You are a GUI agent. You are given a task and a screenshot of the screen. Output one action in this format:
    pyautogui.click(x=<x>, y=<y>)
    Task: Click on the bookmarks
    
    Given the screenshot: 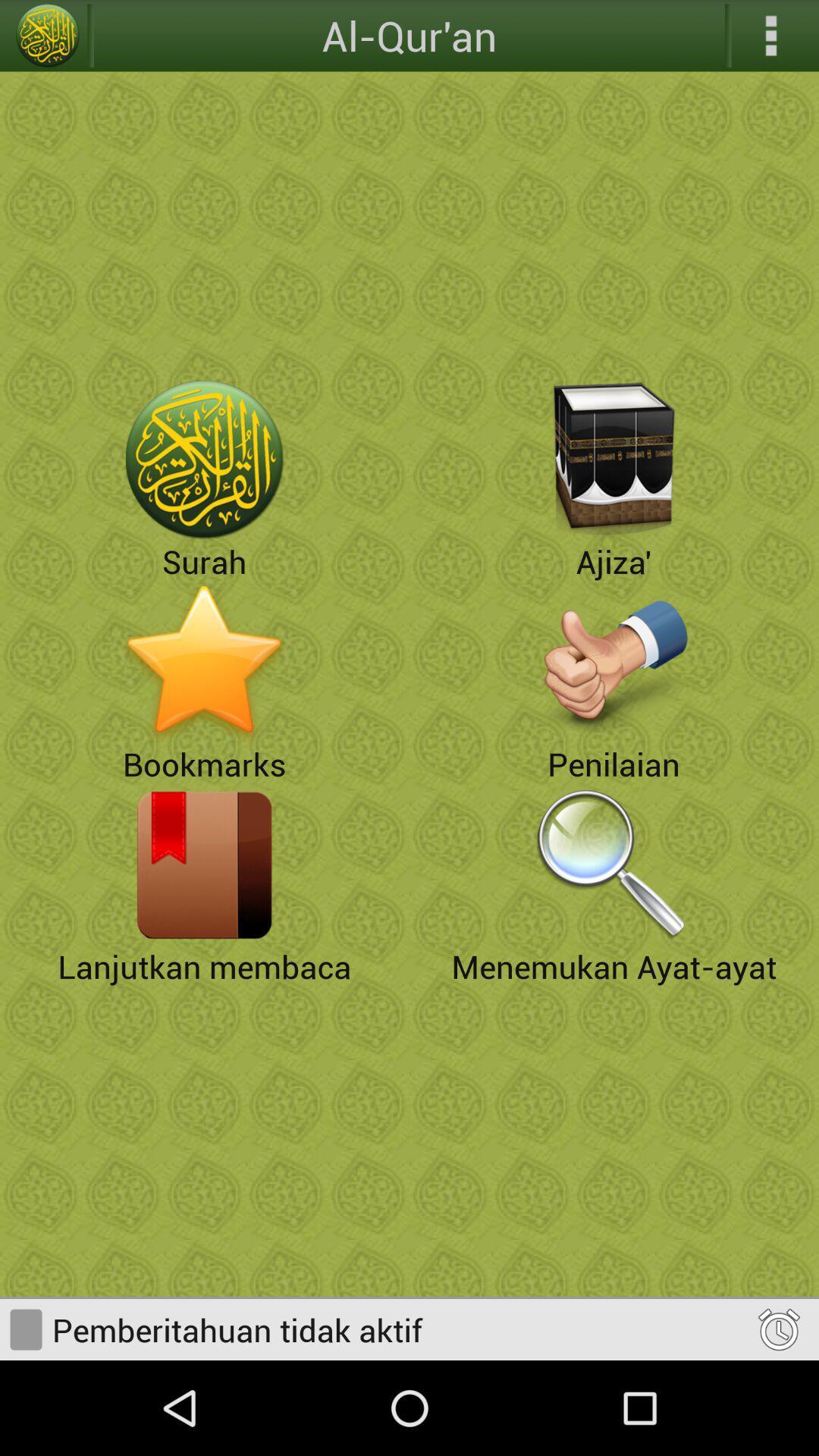 What is the action you would take?
    pyautogui.click(x=205, y=662)
    